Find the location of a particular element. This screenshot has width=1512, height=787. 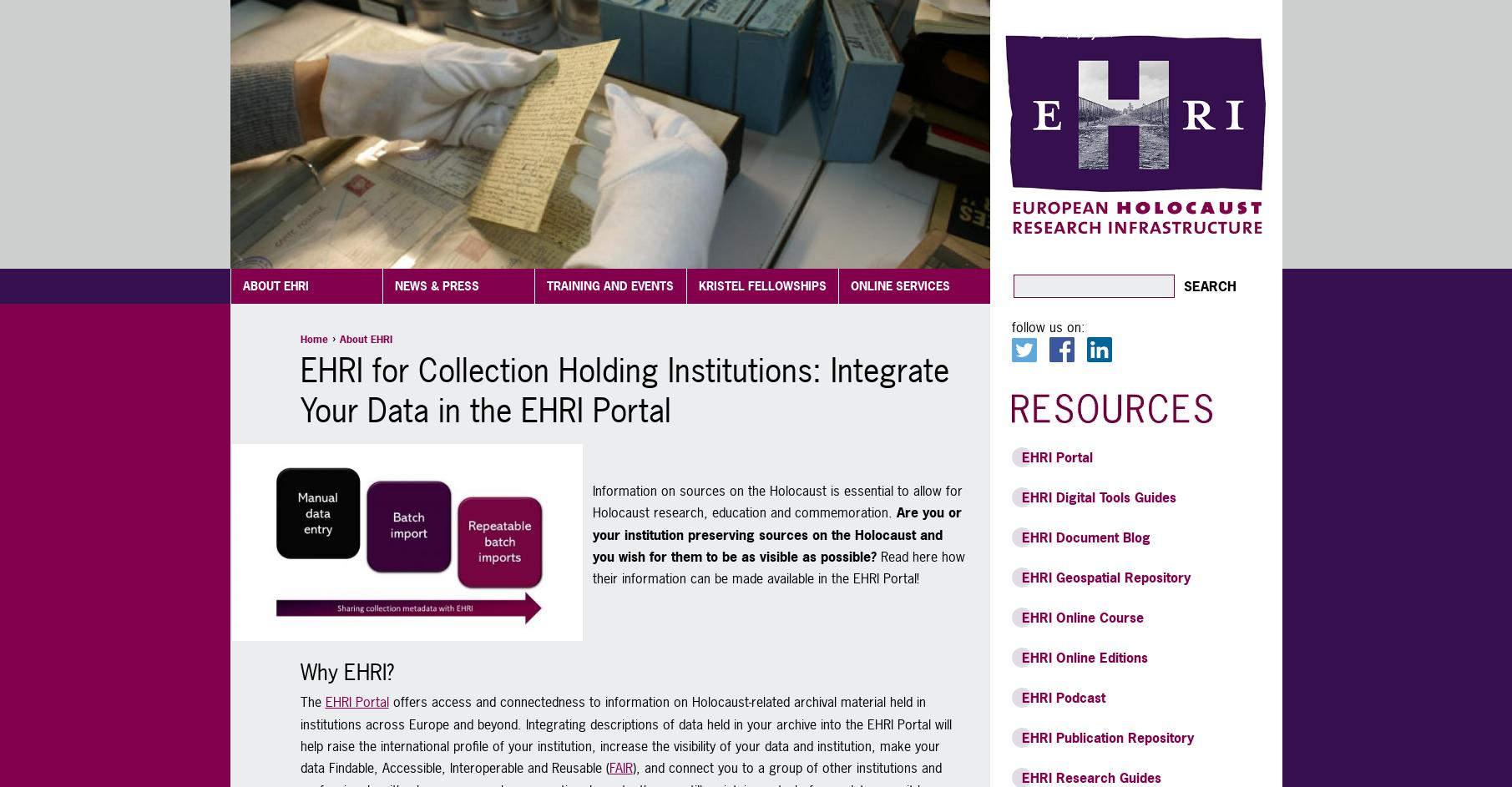

'Are you or your institution preserving sources on the Holocaust and you wish for them to be as visible as possible?' is located at coordinates (775, 534).